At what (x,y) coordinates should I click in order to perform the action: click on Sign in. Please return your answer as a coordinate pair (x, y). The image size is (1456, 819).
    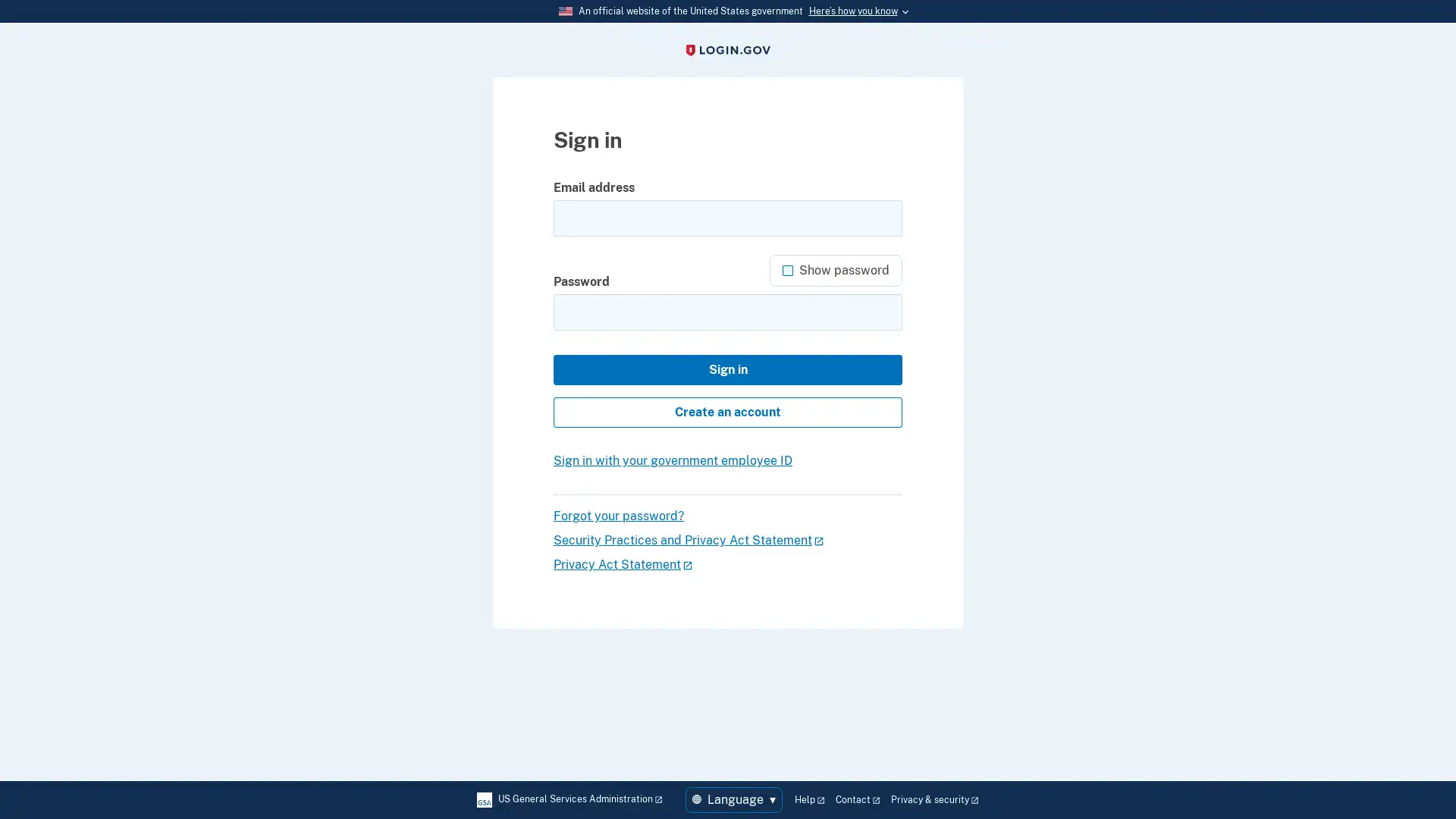
    Looking at the image, I should click on (728, 370).